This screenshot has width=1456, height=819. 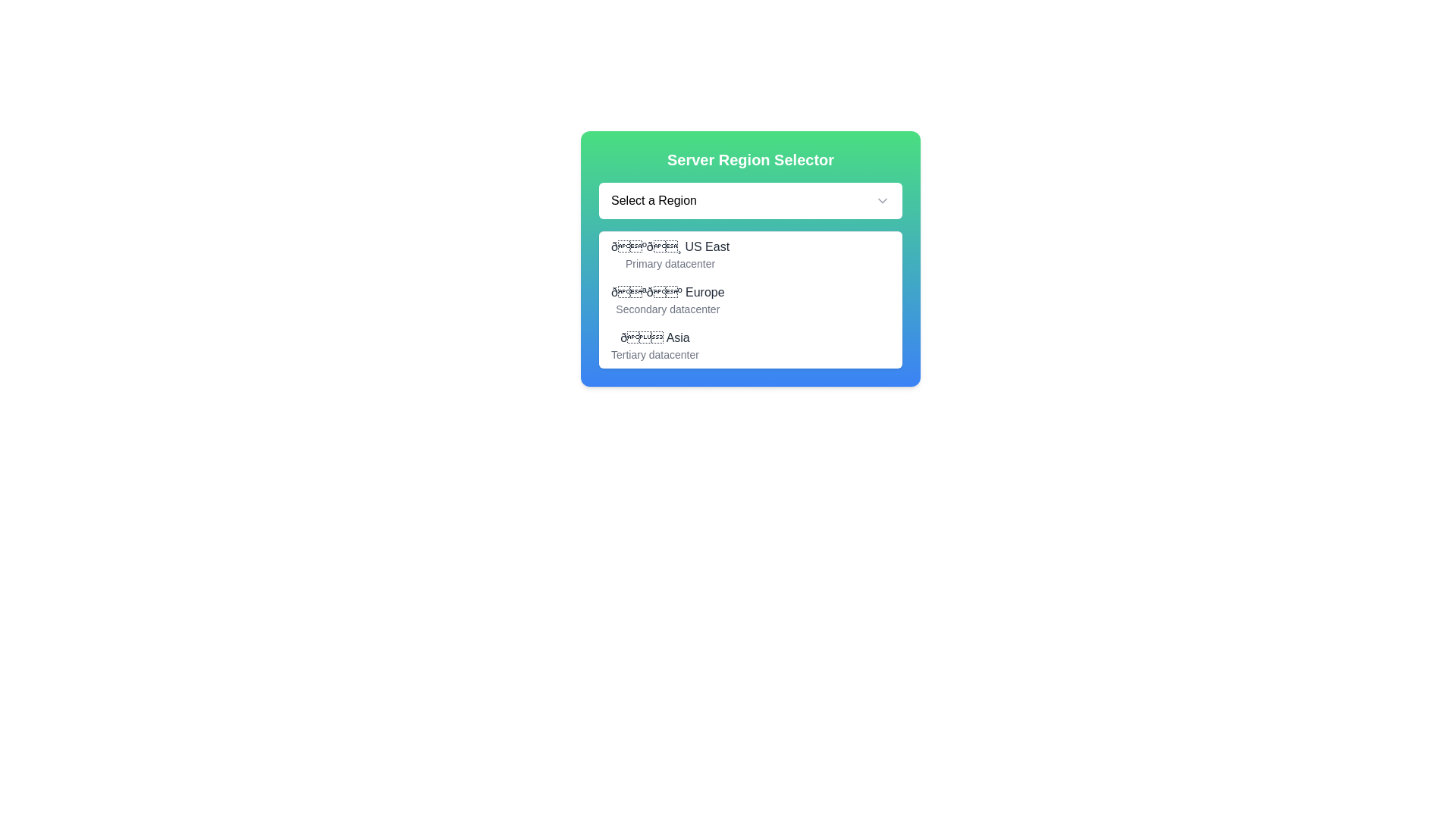 What do you see at coordinates (750, 300) in the screenshot?
I see `the second option in the 'Server Region Selector' dropdown menu` at bounding box center [750, 300].